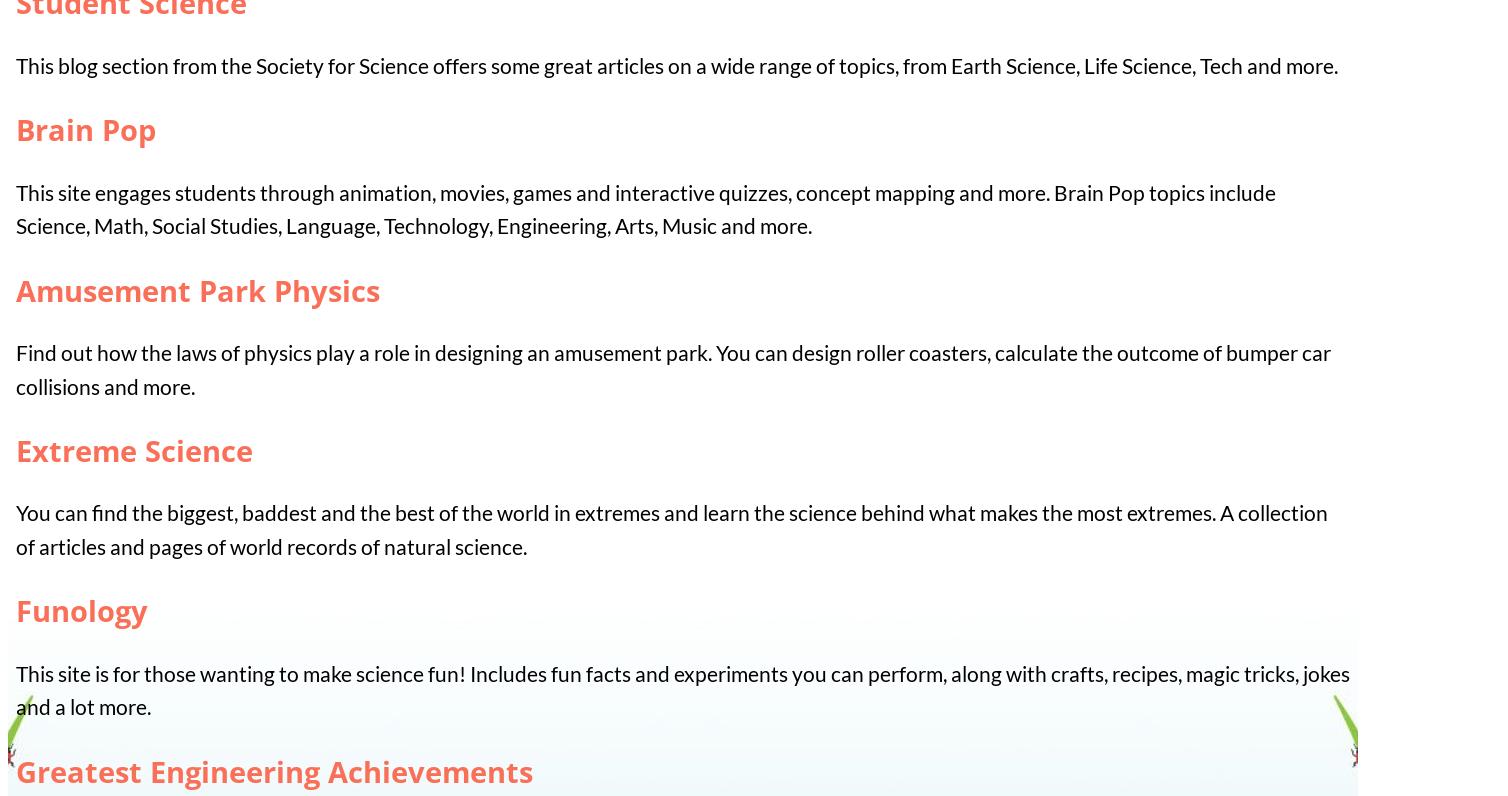 The height and width of the screenshot is (796, 1508). I want to click on 'You can find the biggest, baddest and the best of the world in extremes and learn the science behind what makes the most extremes.  A collection of articles and pages of world records of natural science.', so click(670, 529).